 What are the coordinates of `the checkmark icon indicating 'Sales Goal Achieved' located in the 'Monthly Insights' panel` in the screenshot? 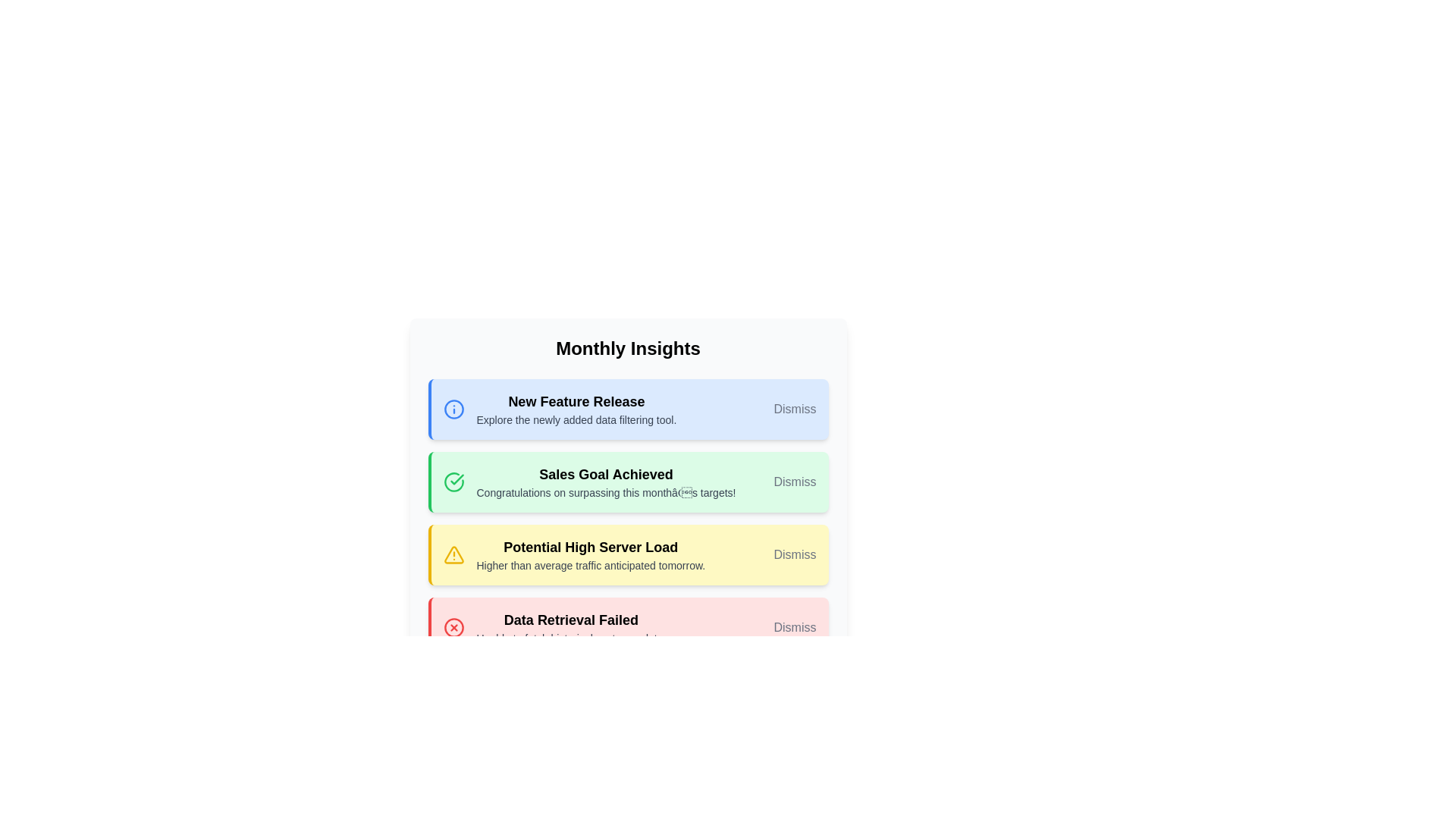 It's located at (456, 479).